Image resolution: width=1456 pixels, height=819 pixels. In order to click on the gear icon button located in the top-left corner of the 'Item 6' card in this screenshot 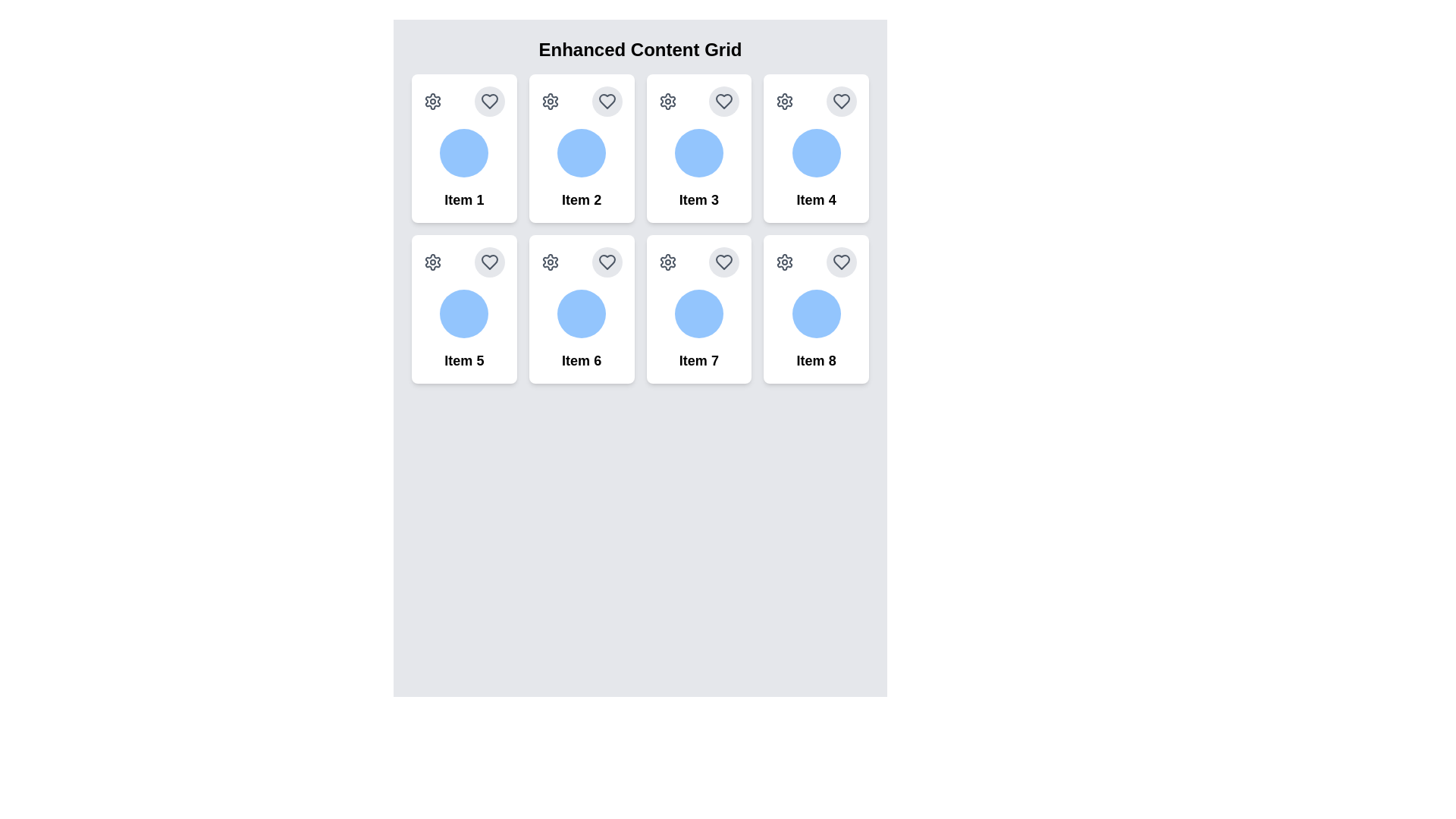, I will do `click(549, 262)`.